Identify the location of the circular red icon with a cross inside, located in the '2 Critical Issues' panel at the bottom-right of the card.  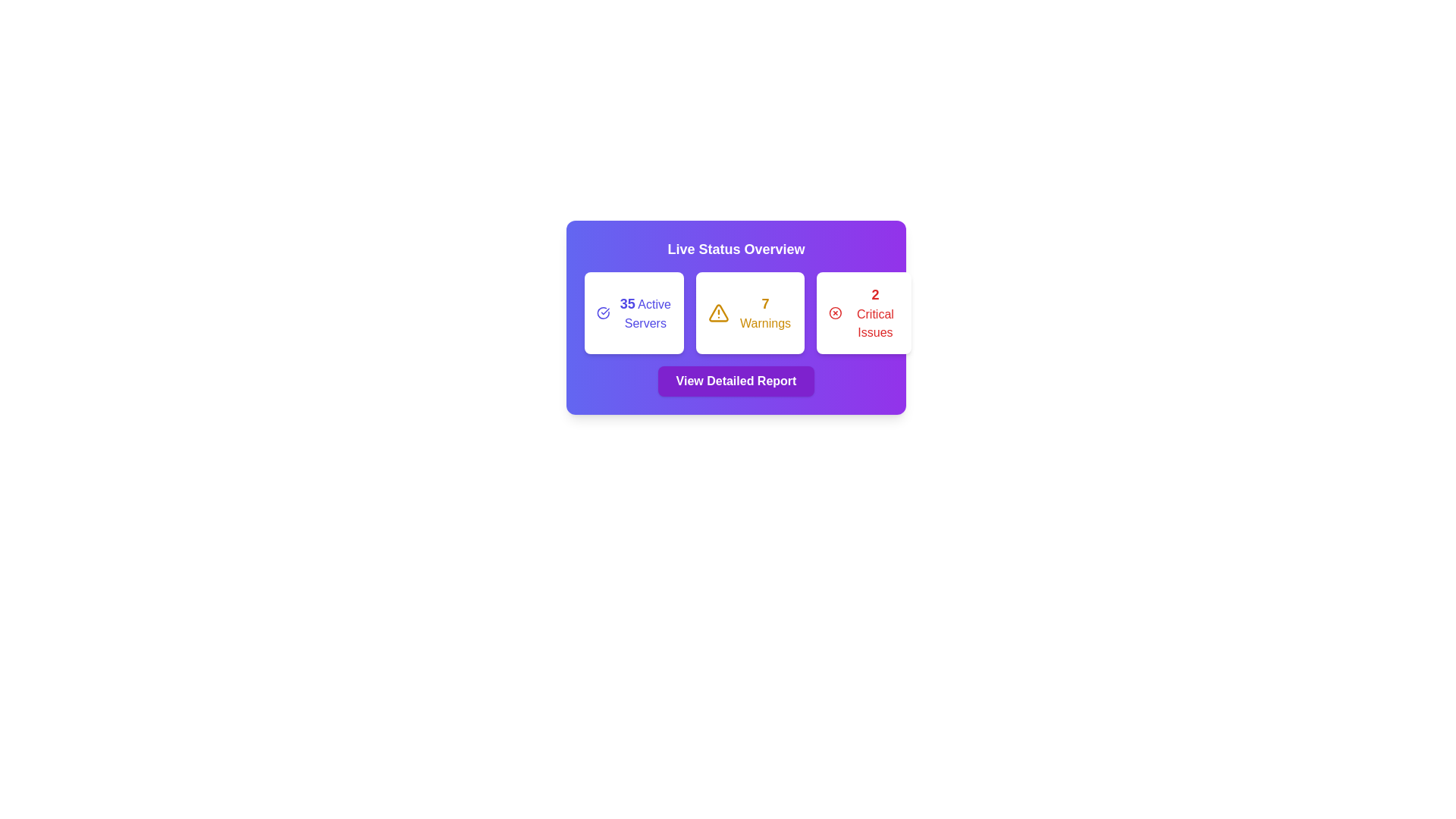
(834, 312).